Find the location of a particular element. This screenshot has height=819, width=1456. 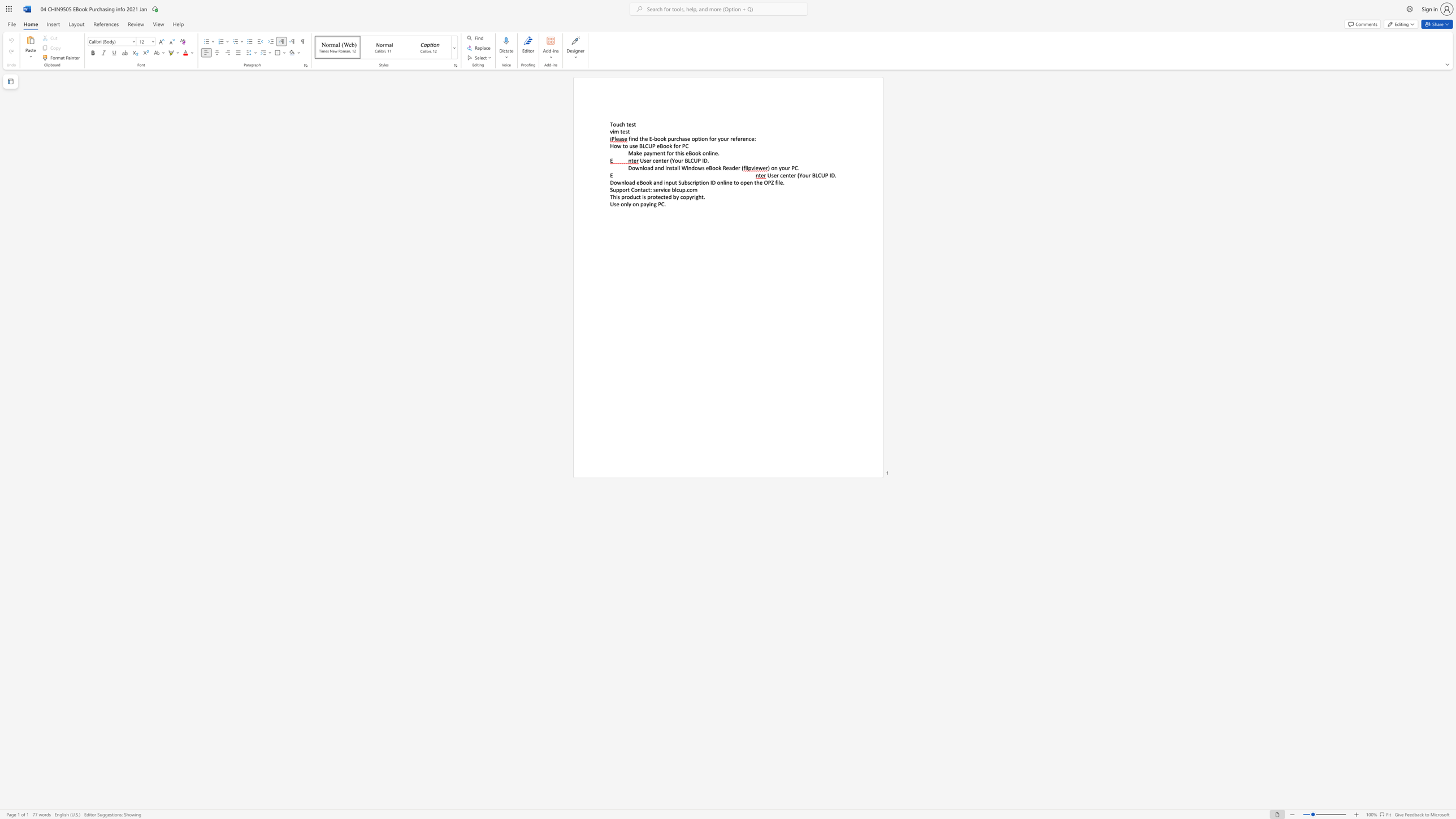

the 1th character "-" in the text is located at coordinates (653, 138).